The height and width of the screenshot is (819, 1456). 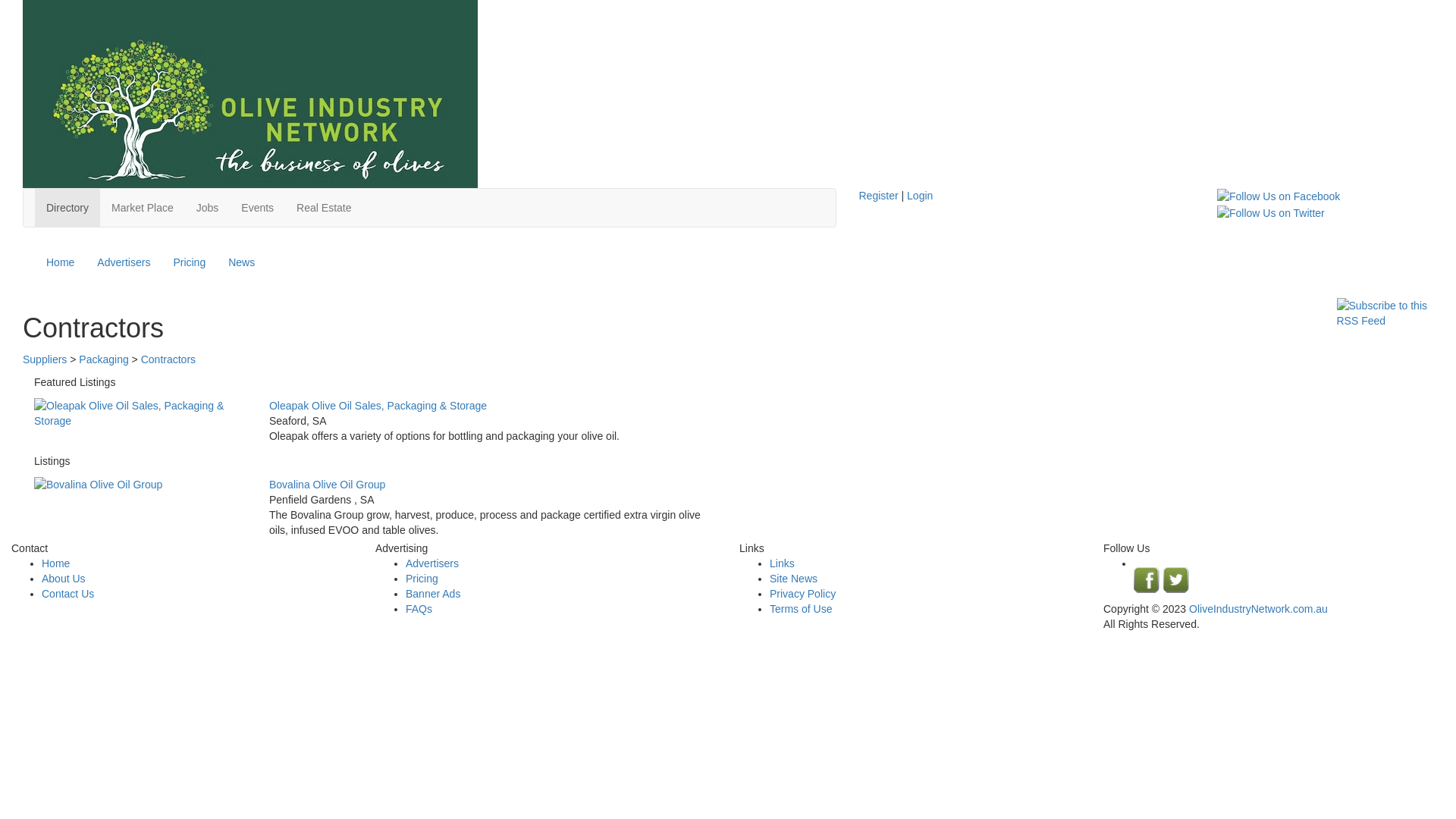 What do you see at coordinates (405, 607) in the screenshot?
I see `'FAQs'` at bounding box center [405, 607].